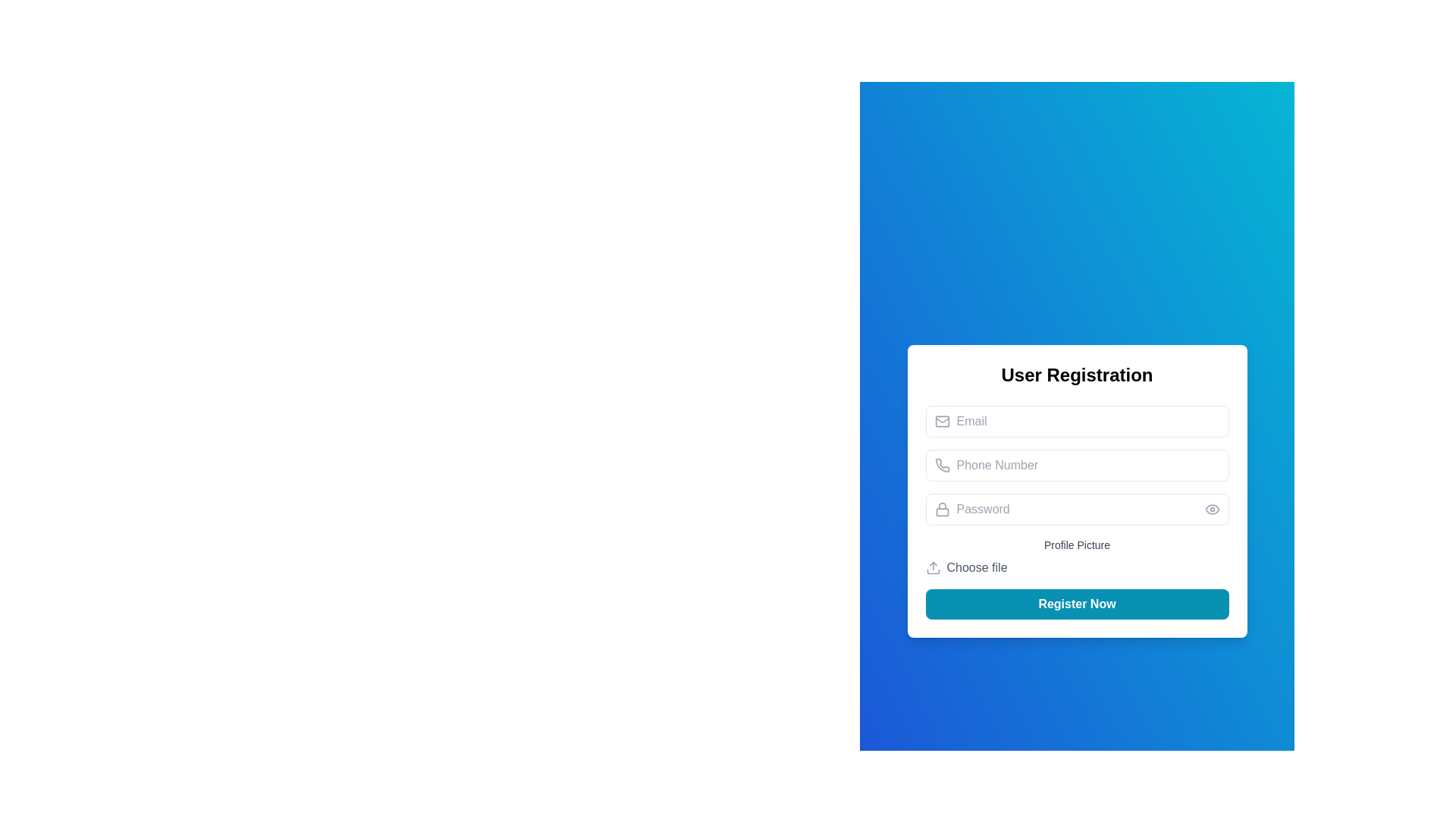  Describe the element at coordinates (1076, 375) in the screenshot. I see `the bold, centrally aligned header text 'User Registration' located at the top of a white panel above a form section` at that location.